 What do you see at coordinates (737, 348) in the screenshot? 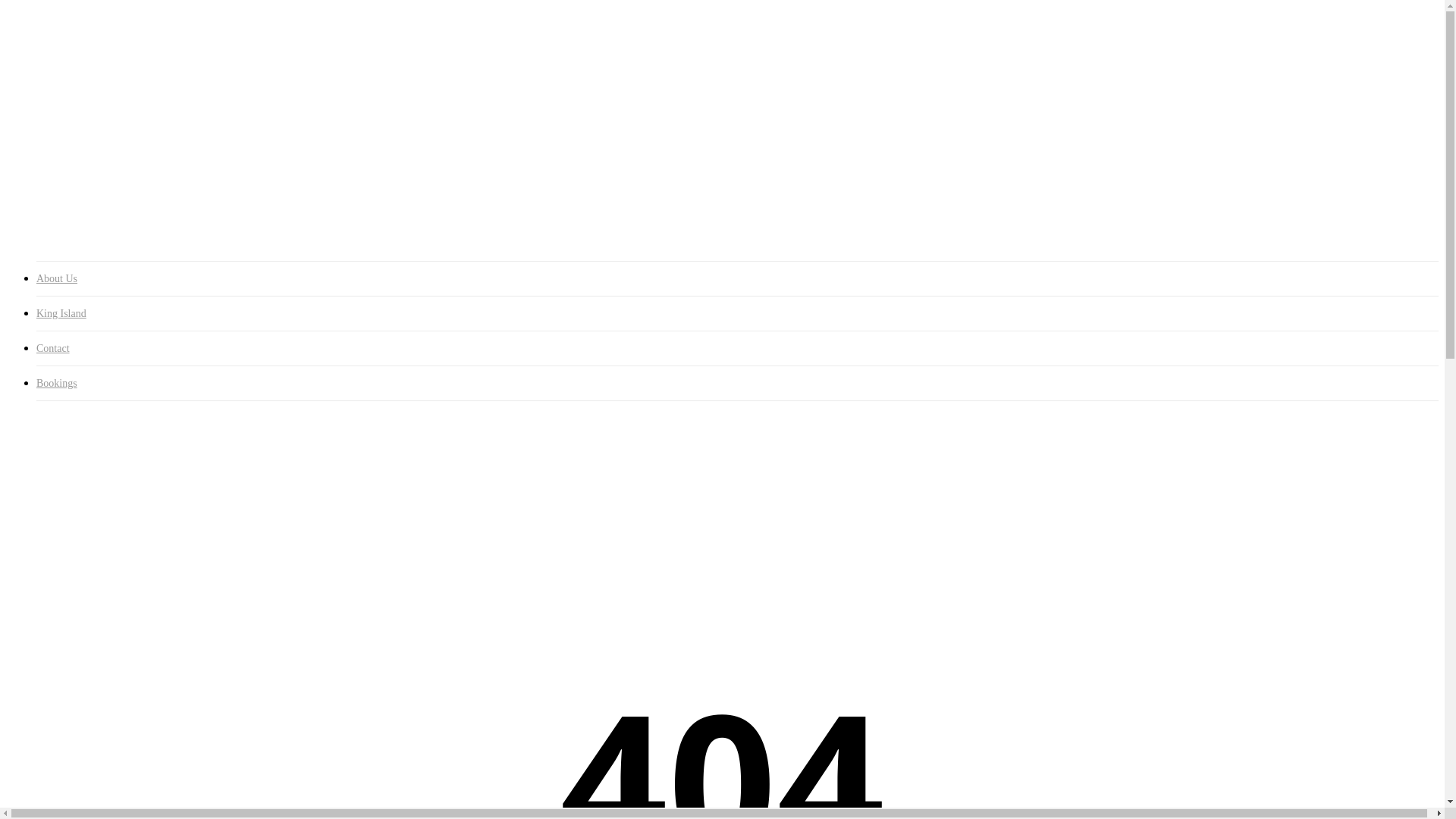
I see `'Contact'` at bounding box center [737, 348].